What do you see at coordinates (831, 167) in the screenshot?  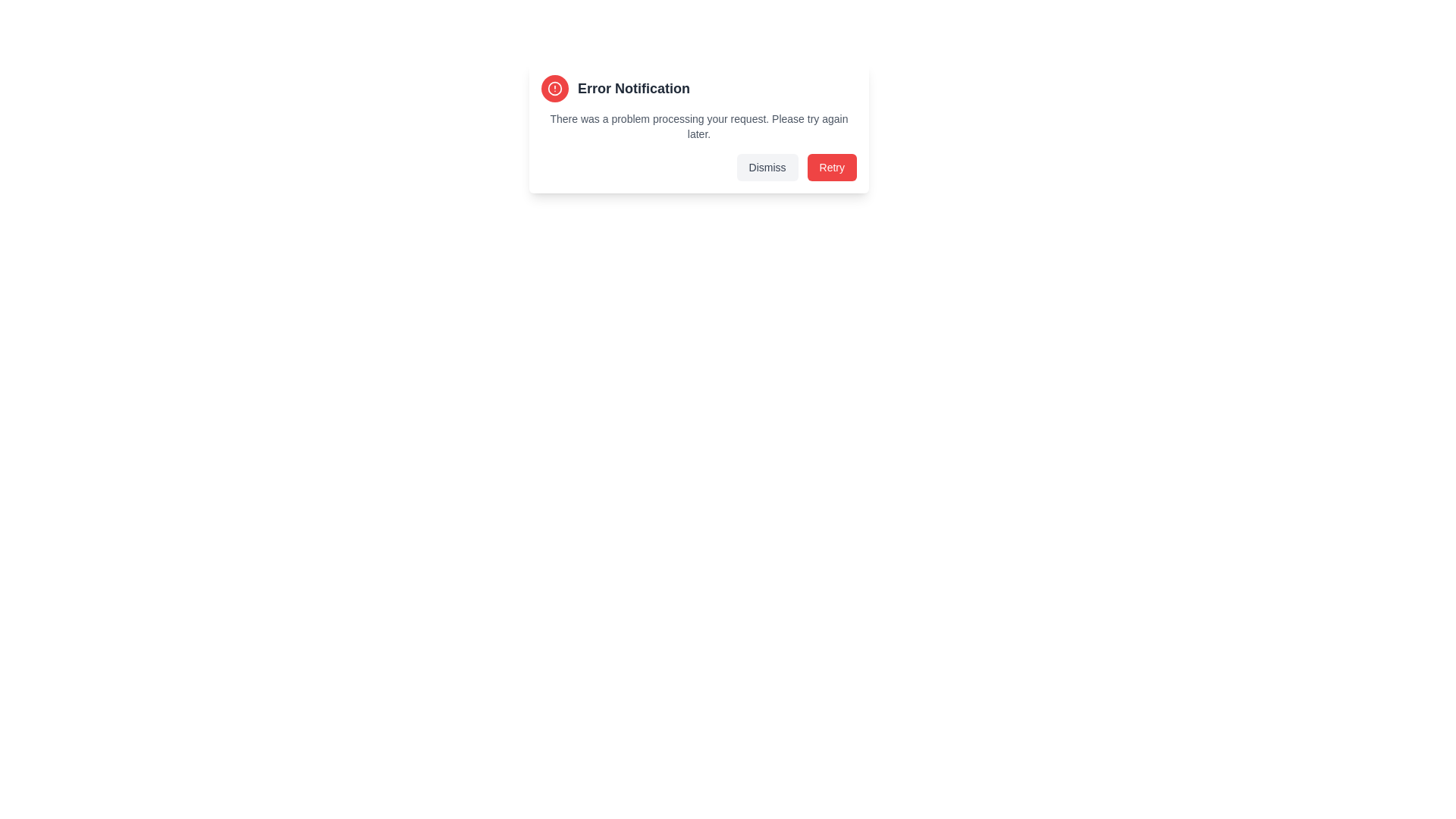 I see `the 'Retry' button` at bounding box center [831, 167].